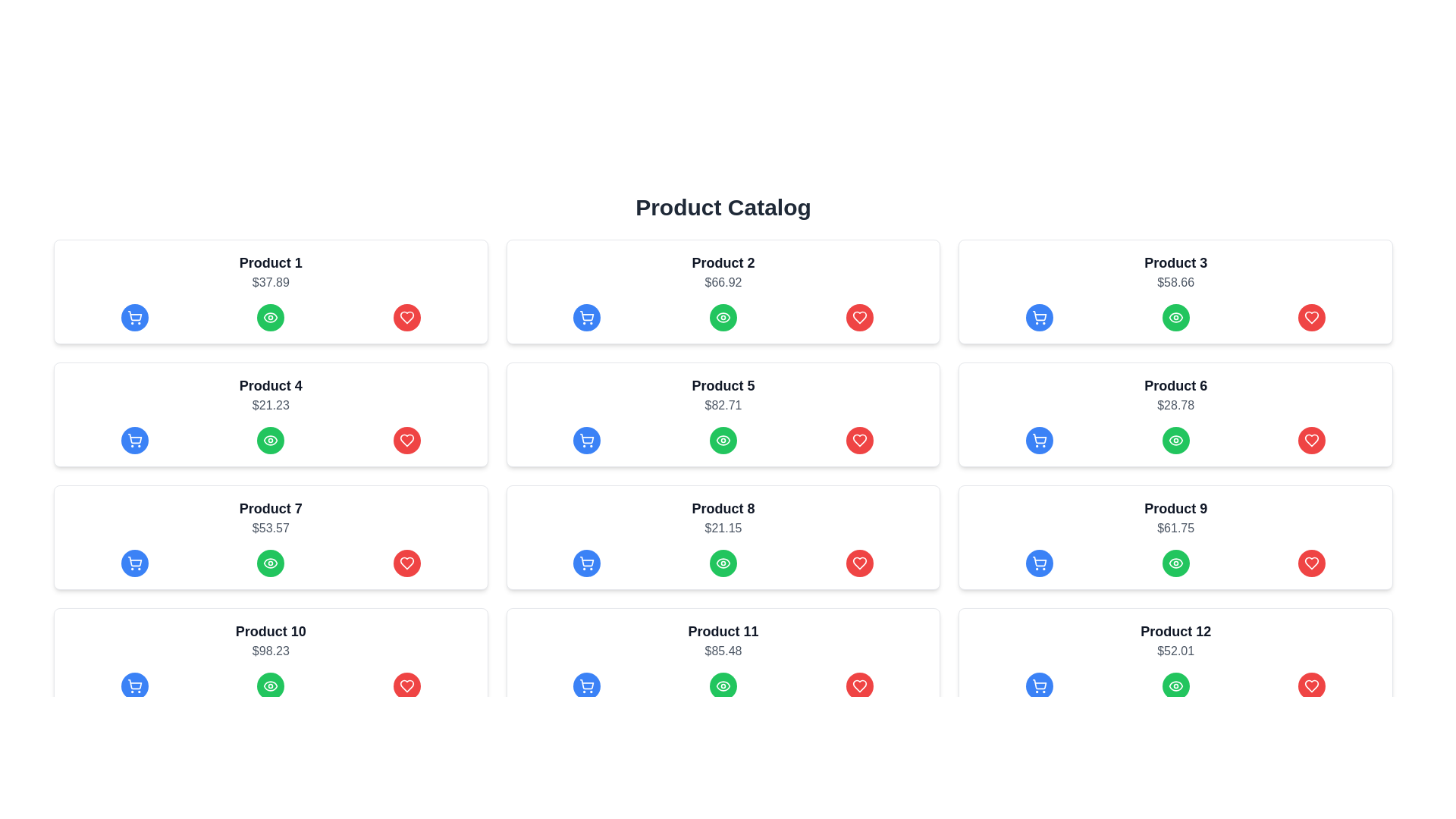  I want to click on the 'Add to Cart' button for Product 11, so click(586, 686).